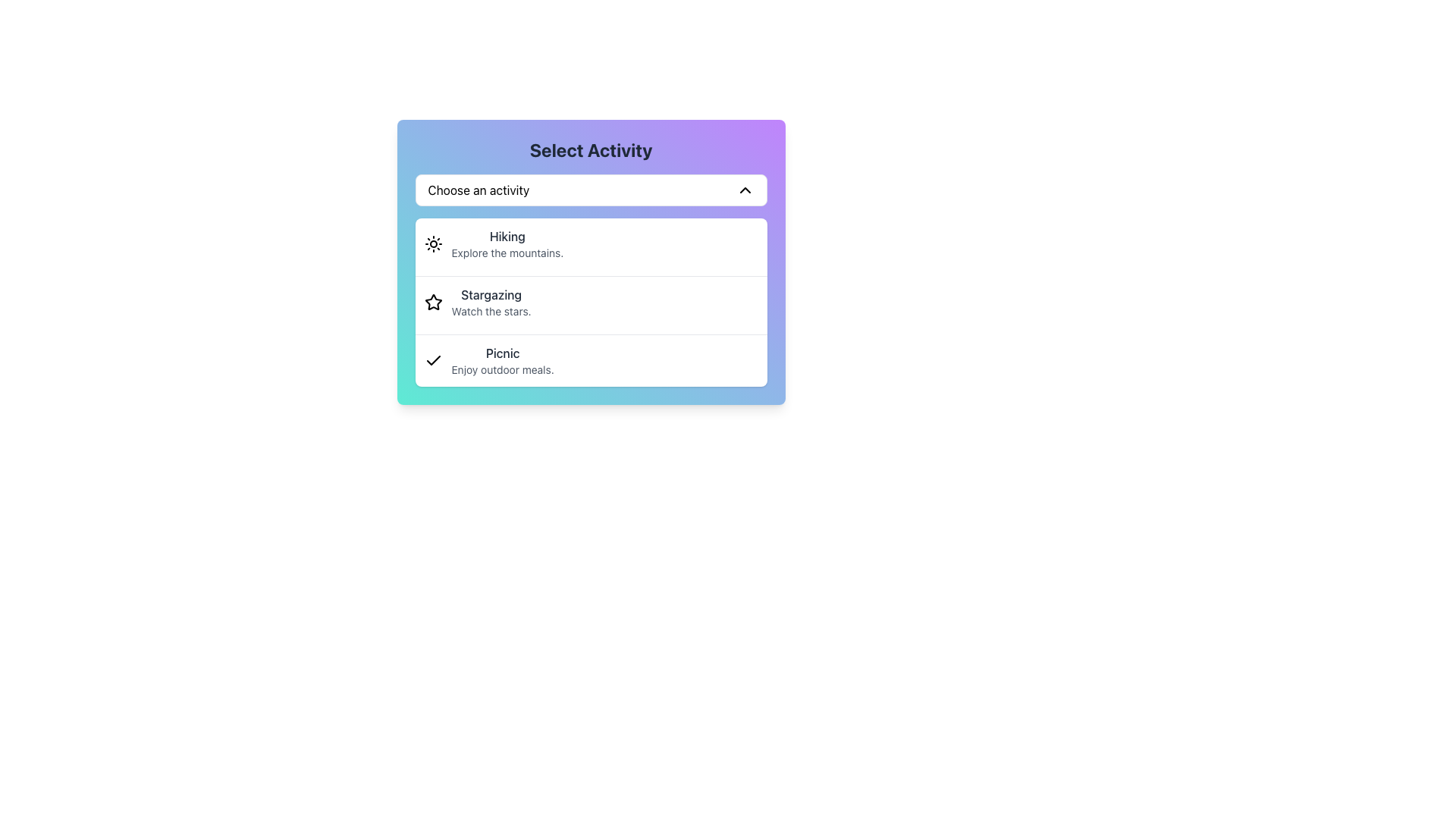  What do you see at coordinates (507, 243) in the screenshot?
I see `text from the Text Block that contains the activity 'Hiking' and its description 'Explore the mountains.' located in the dropdown interface titled 'Select Activity'` at bounding box center [507, 243].